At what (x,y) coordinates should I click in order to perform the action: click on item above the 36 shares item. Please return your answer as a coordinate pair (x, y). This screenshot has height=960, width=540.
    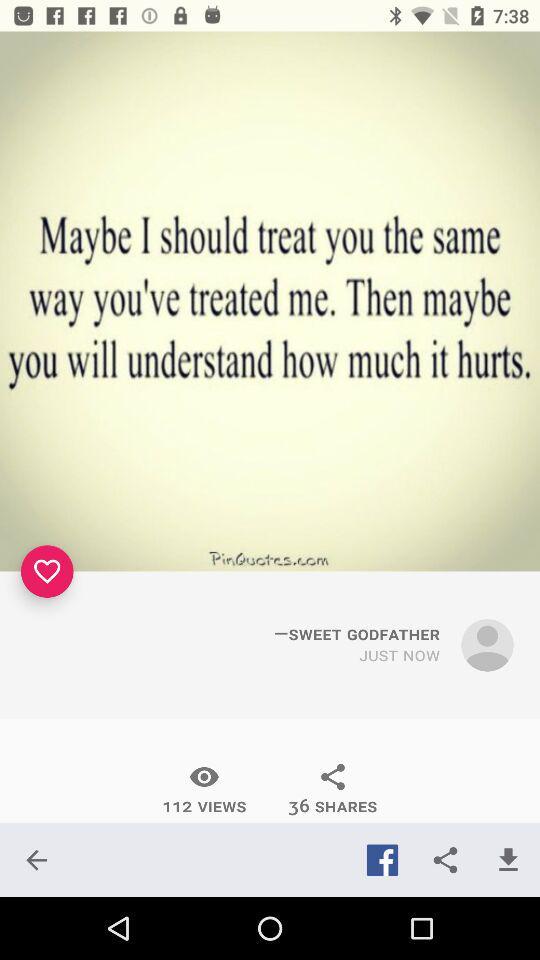
    Looking at the image, I should click on (399, 654).